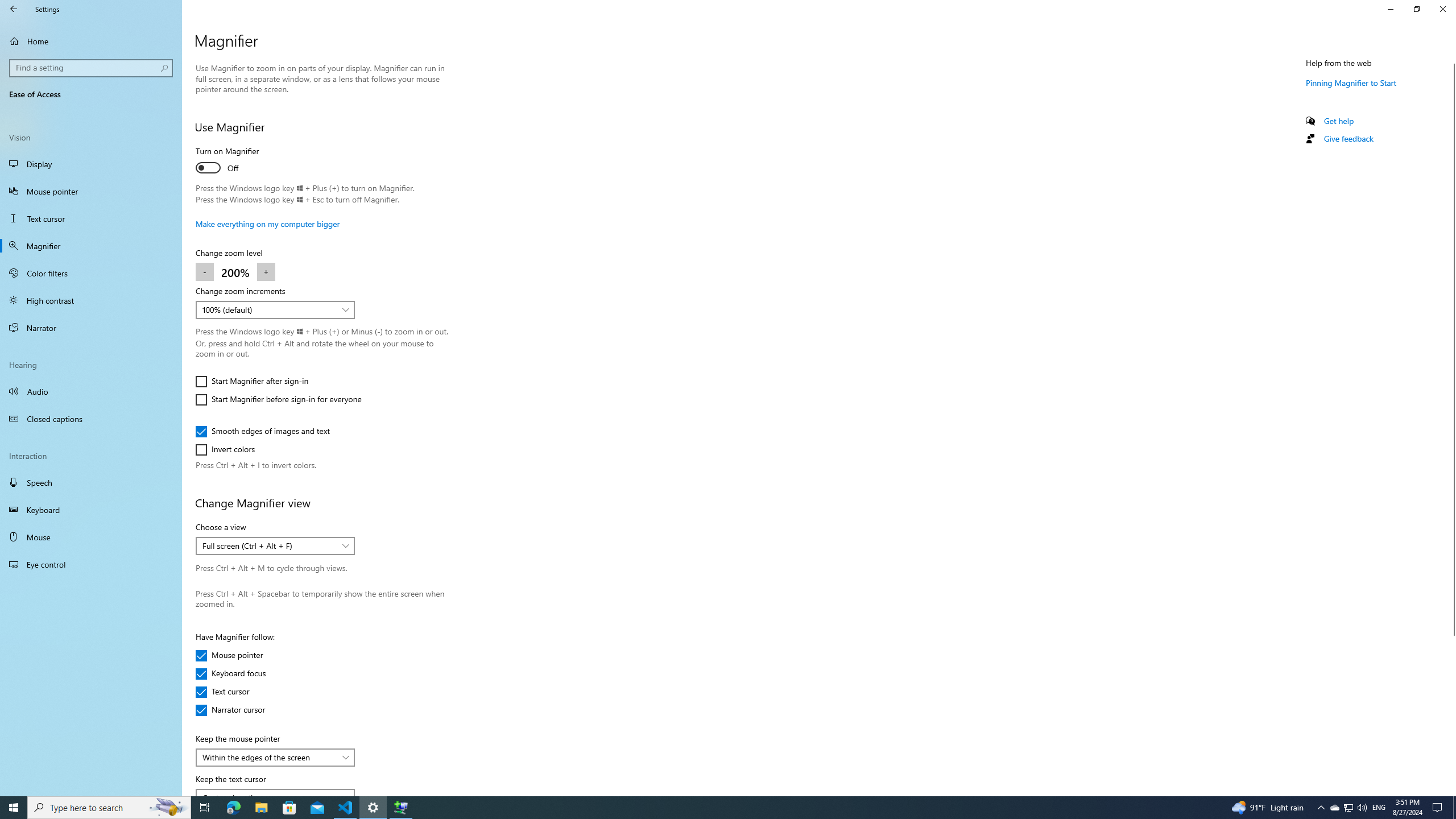 The image size is (1456, 819). What do you see at coordinates (229, 691) in the screenshot?
I see `'Text cursor'` at bounding box center [229, 691].